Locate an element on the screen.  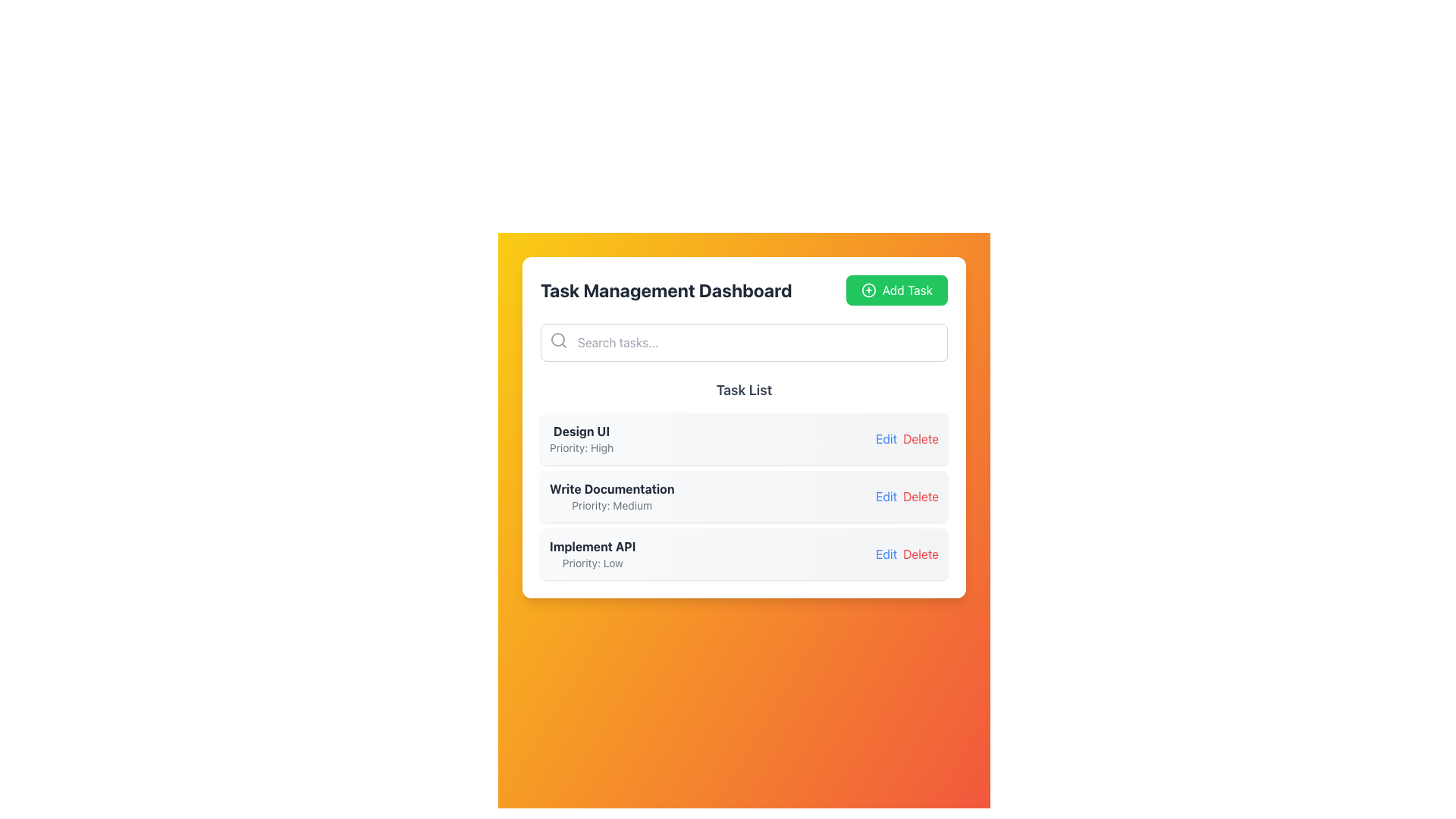
the priority level text label indicating the urgency of the 'Design UI' task in the 'Task List' section of the 'Task Management Dashboard' is located at coordinates (581, 447).